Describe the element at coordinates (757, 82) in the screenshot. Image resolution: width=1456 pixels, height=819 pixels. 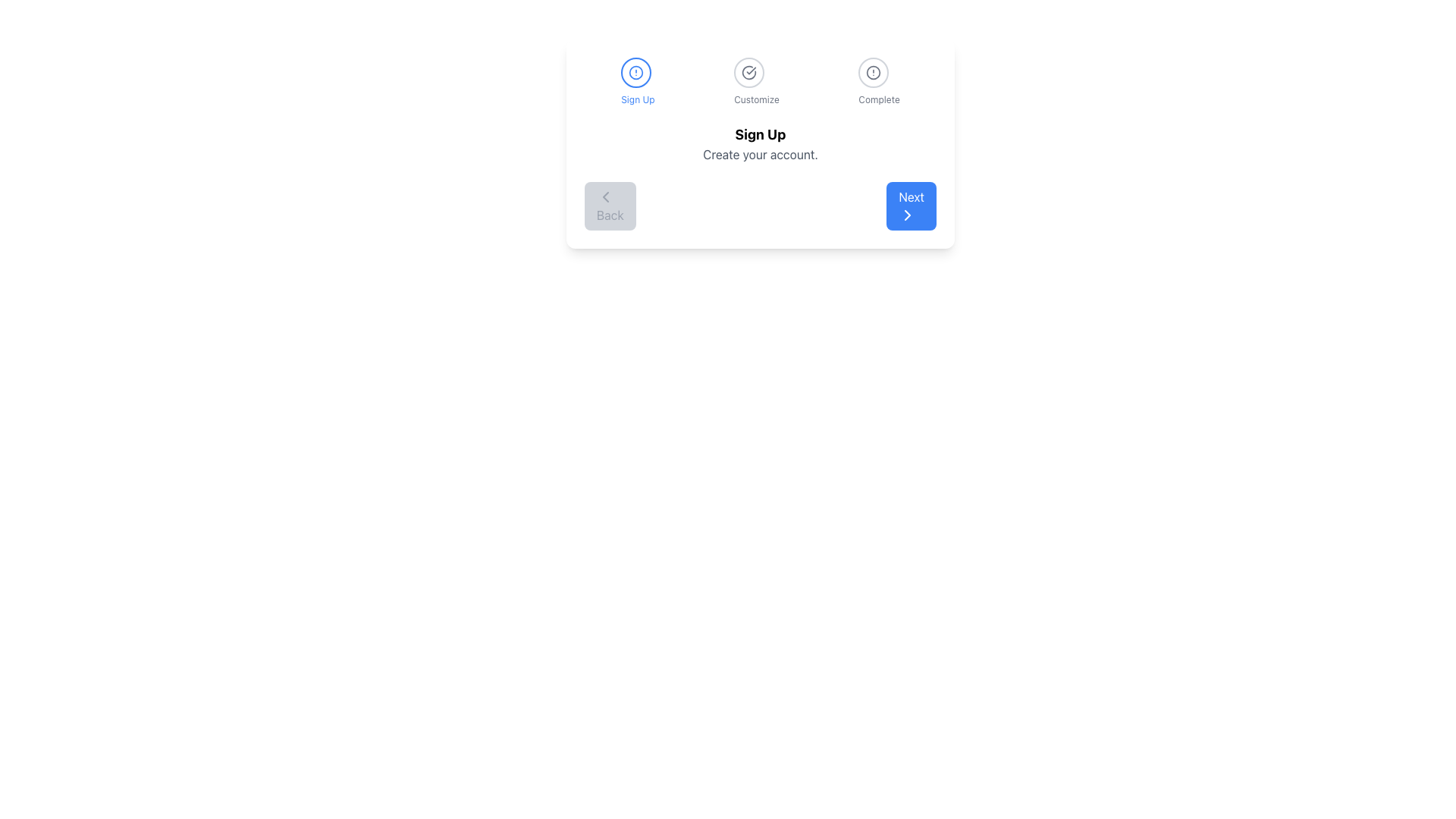
I see `the status represented by the 'Customize' button, which features a checkmark icon and gray text below it, positioned centrally between 'Sign Up' and 'Complete'` at that location.